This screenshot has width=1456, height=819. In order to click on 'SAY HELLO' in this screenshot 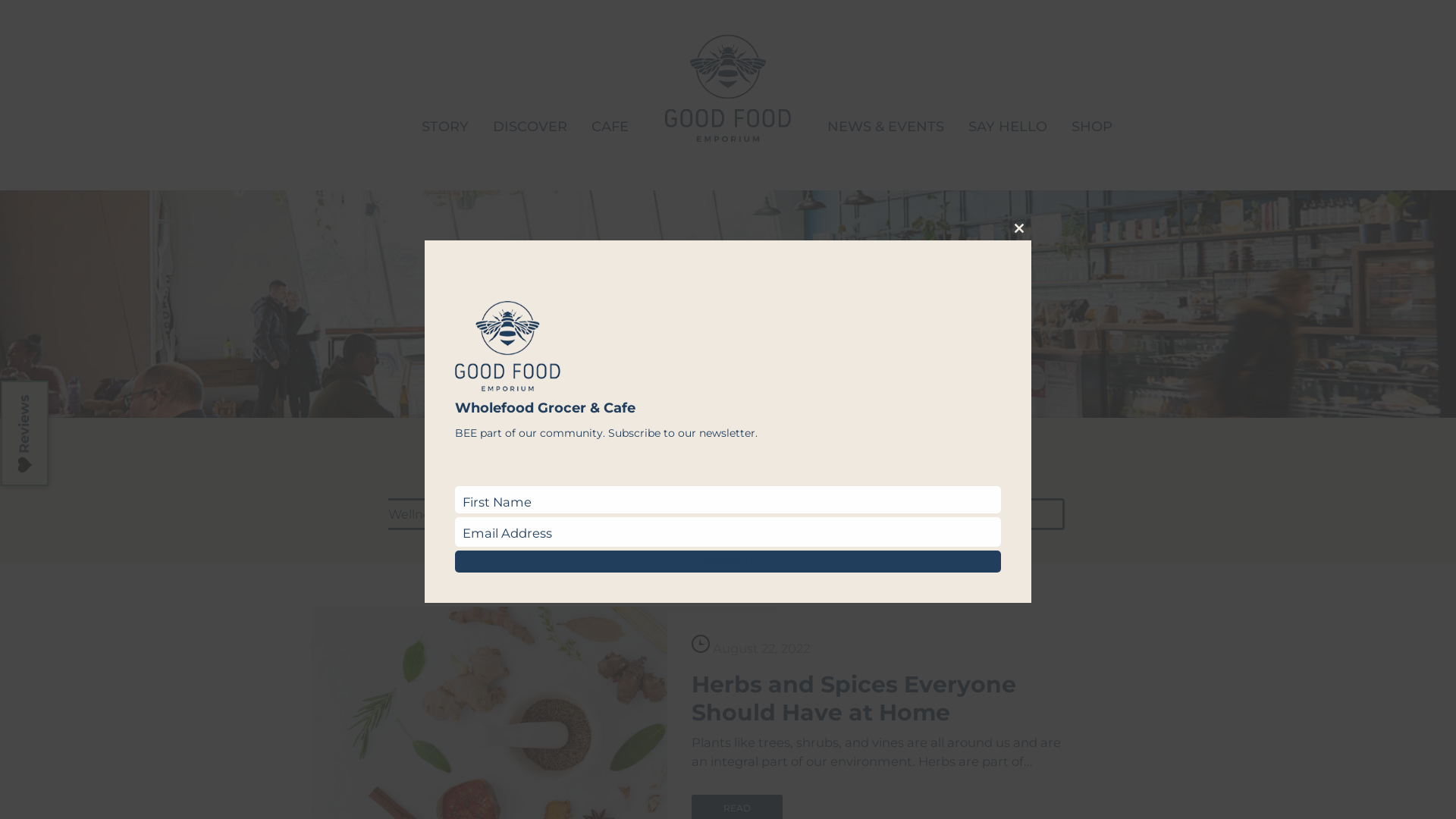, I will do `click(955, 126)`.